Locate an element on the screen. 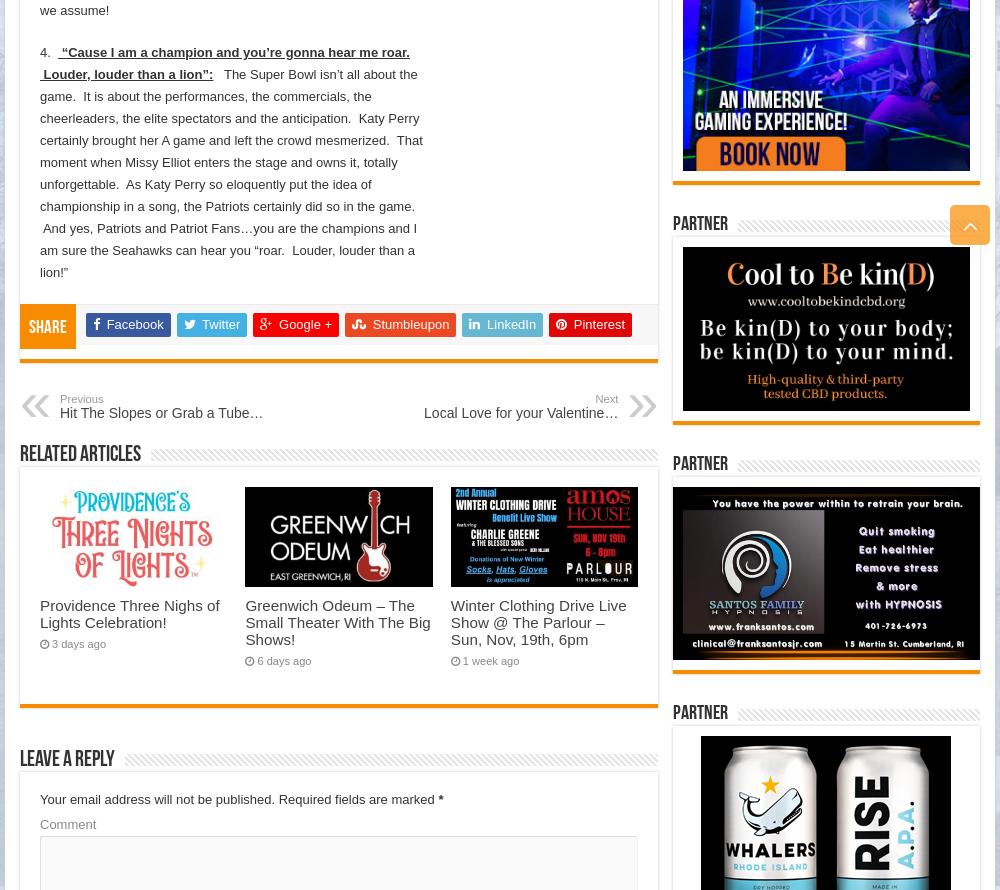 Image resolution: width=1000 pixels, height=890 pixels. '3 days ago' is located at coordinates (78, 643).